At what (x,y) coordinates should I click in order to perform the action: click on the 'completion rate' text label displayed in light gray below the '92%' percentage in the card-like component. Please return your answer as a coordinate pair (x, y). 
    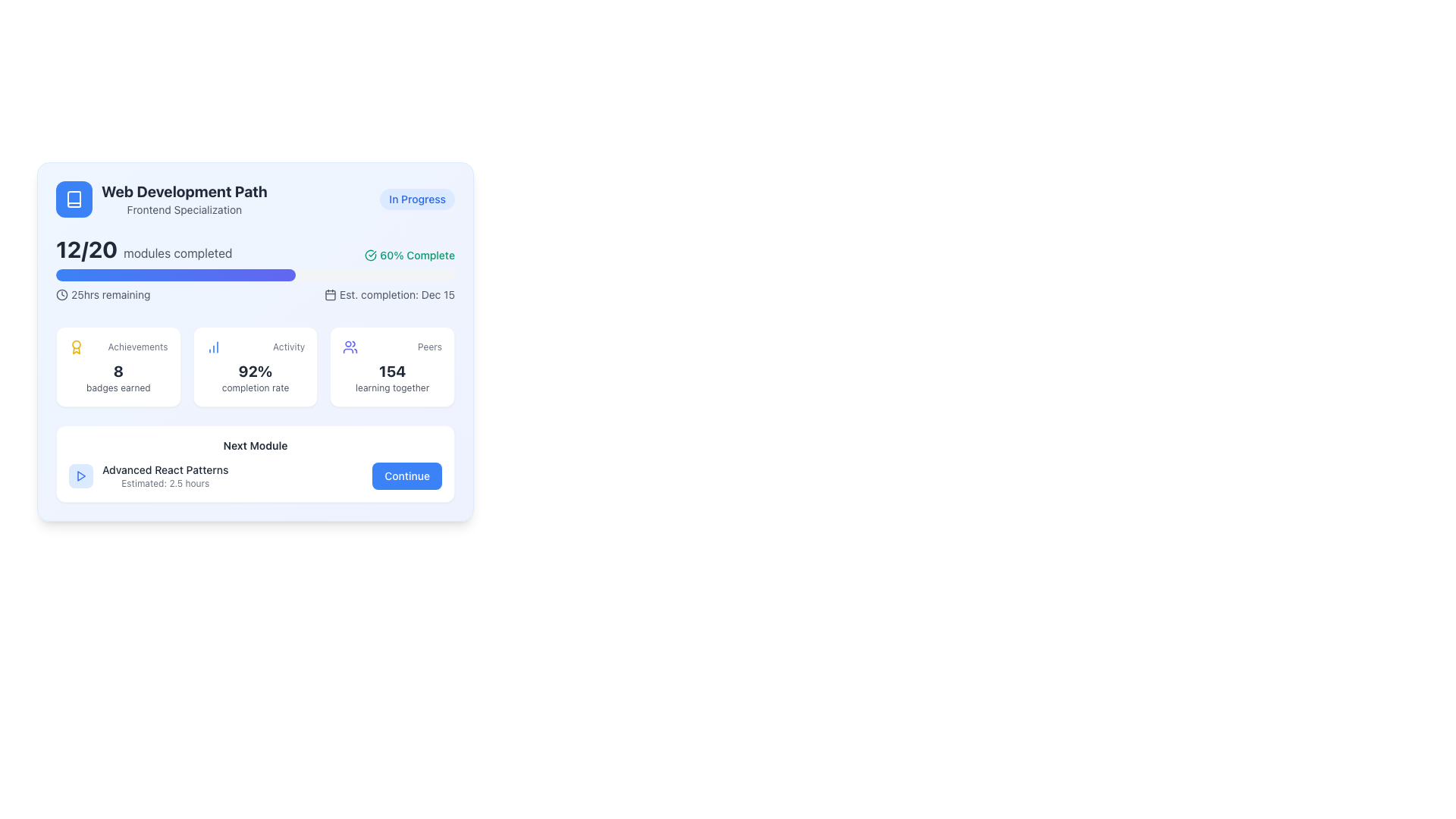
    Looking at the image, I should click on (255, 388).